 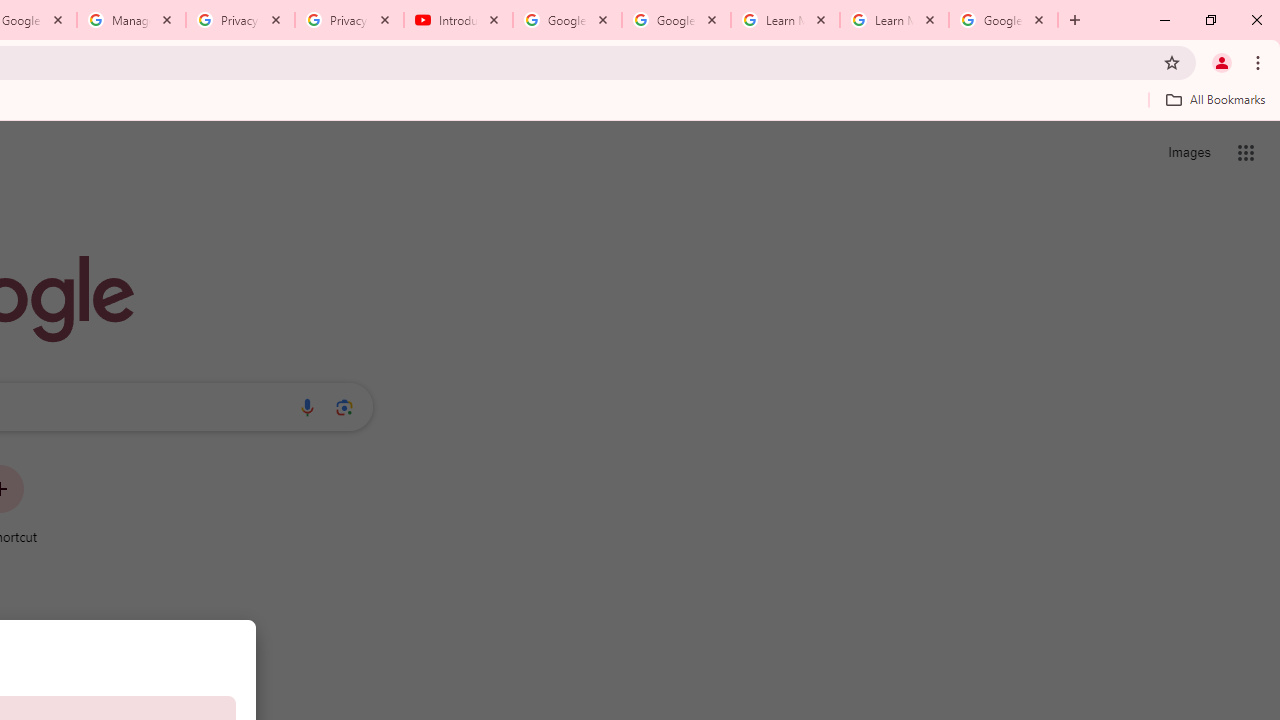 What do you see at coordinates (1214, 99) in the screenshot?
I see `'All Bookmarks'` at bounding box center [1214, 99].